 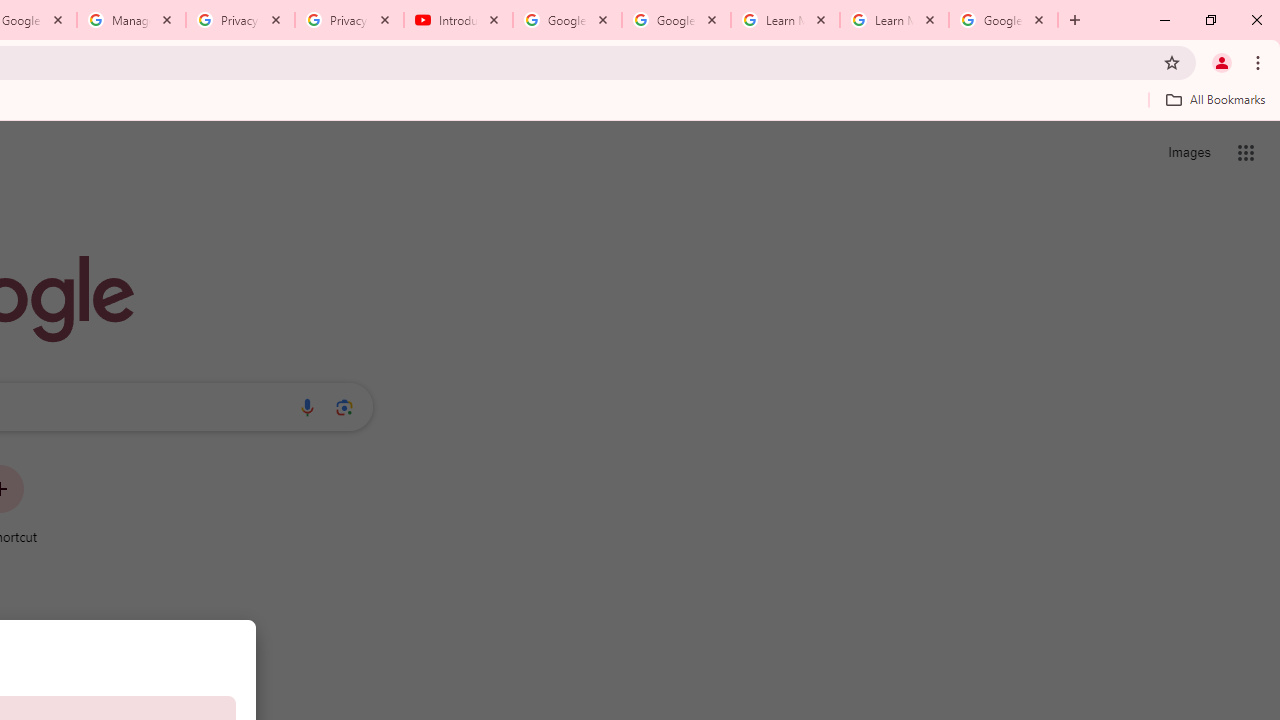 What do you see at coordinates (1214, 99) in the screenshot?
I see `'All Bookmarks'` at bounding box center [1214, 99].